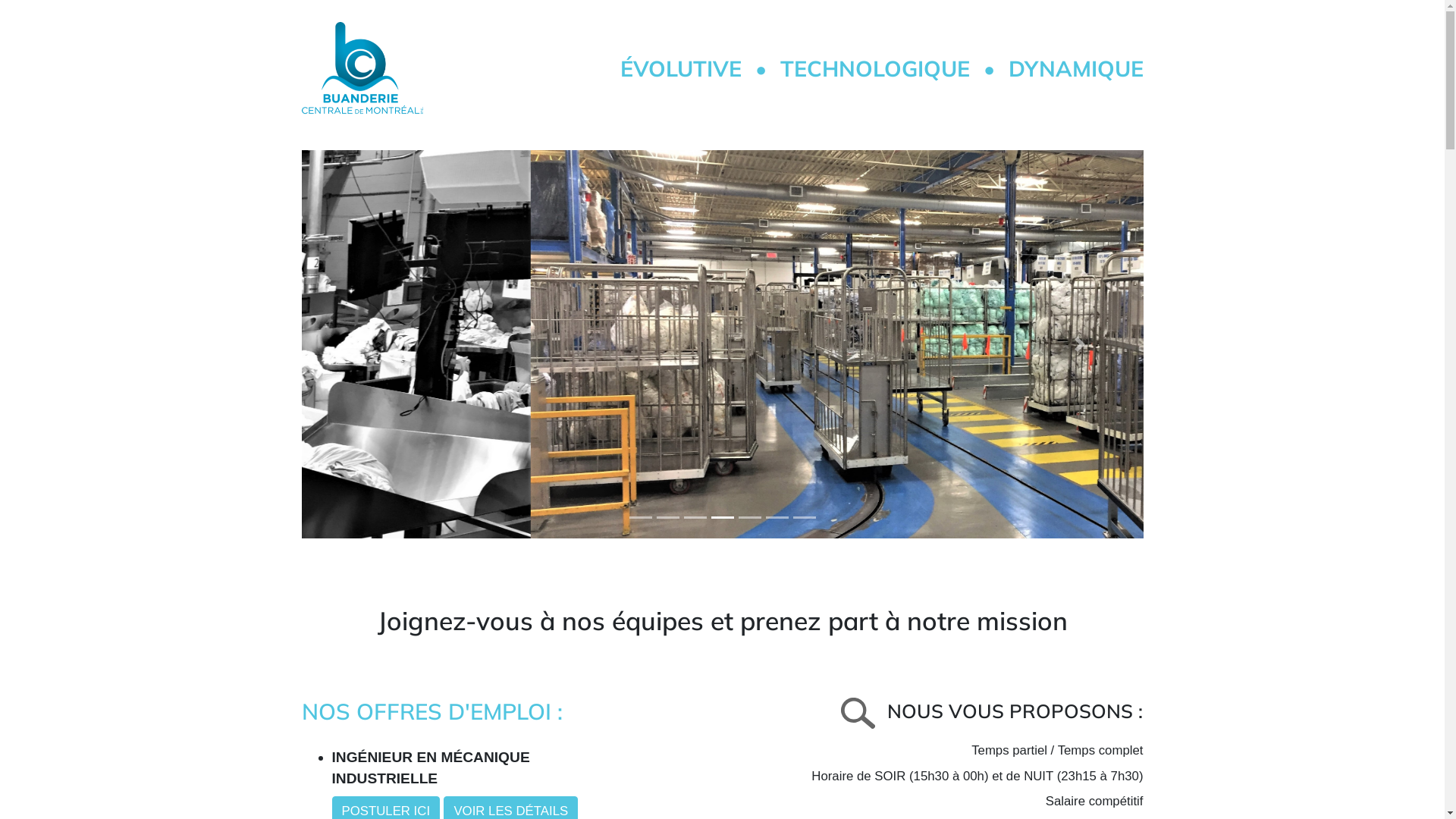  I want to click on 'Suivant', so click(1079, 344).